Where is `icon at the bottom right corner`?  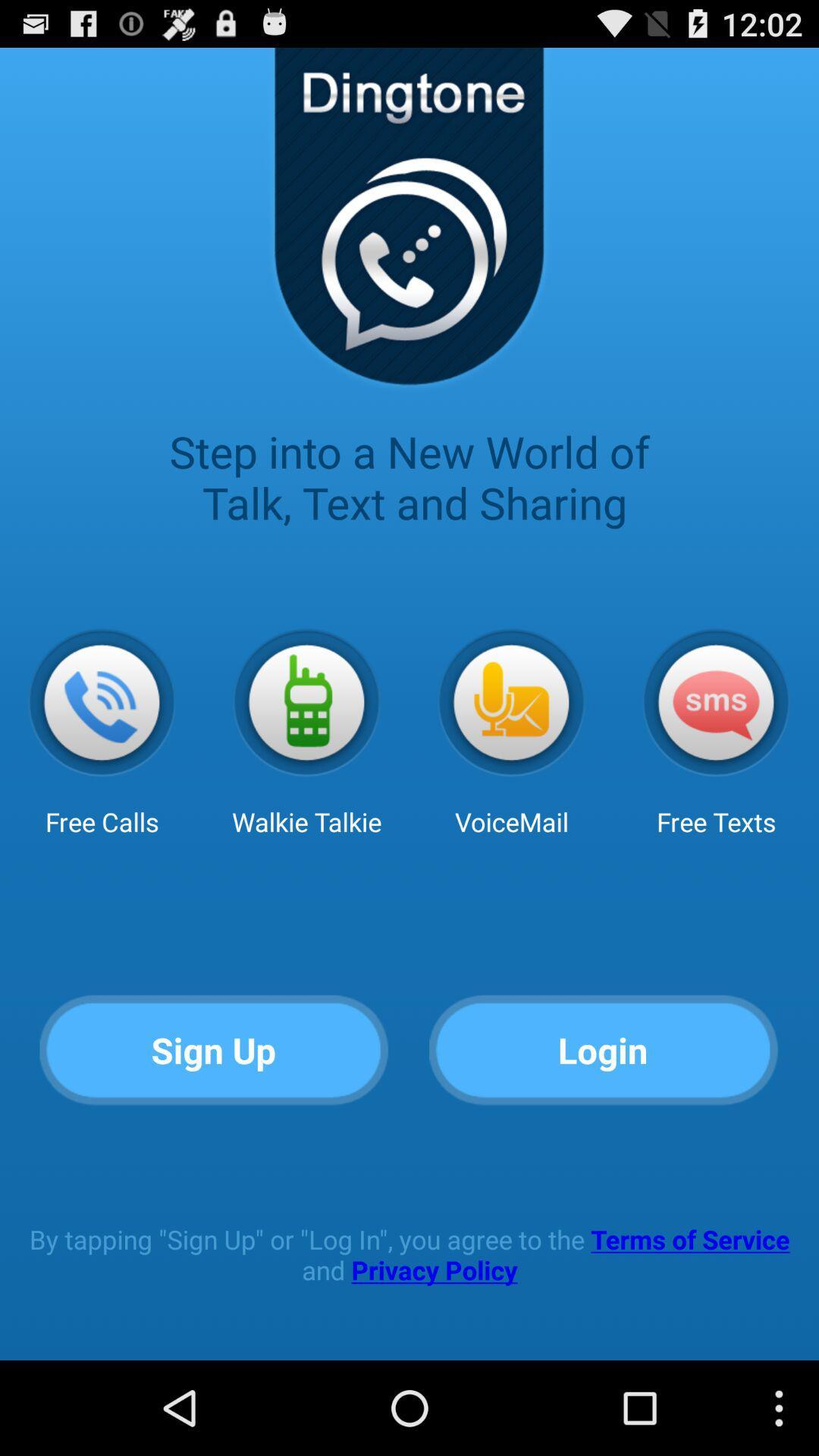 icon at the bottom right corner is located at coordinates (603, 1050).